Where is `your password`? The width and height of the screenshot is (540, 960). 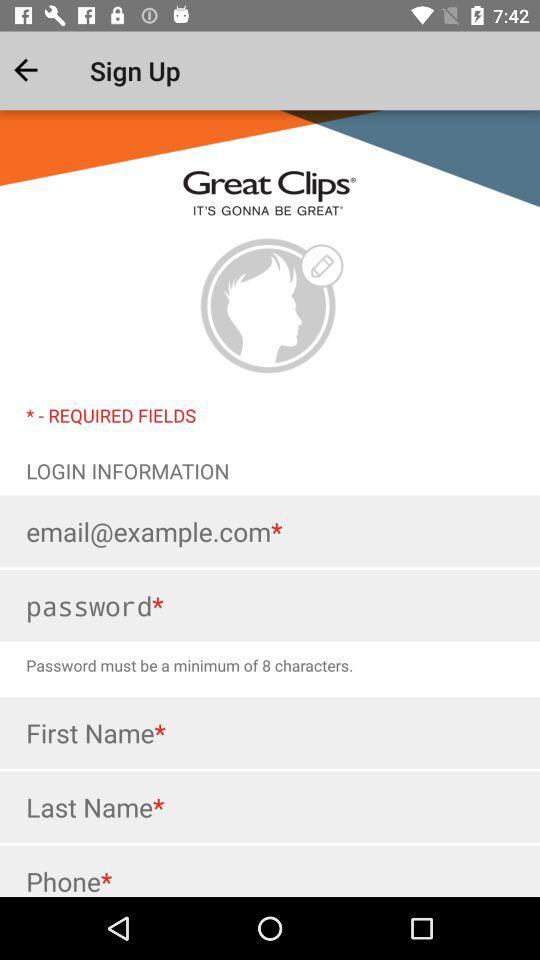 your password is located at coordinates (270, 604).